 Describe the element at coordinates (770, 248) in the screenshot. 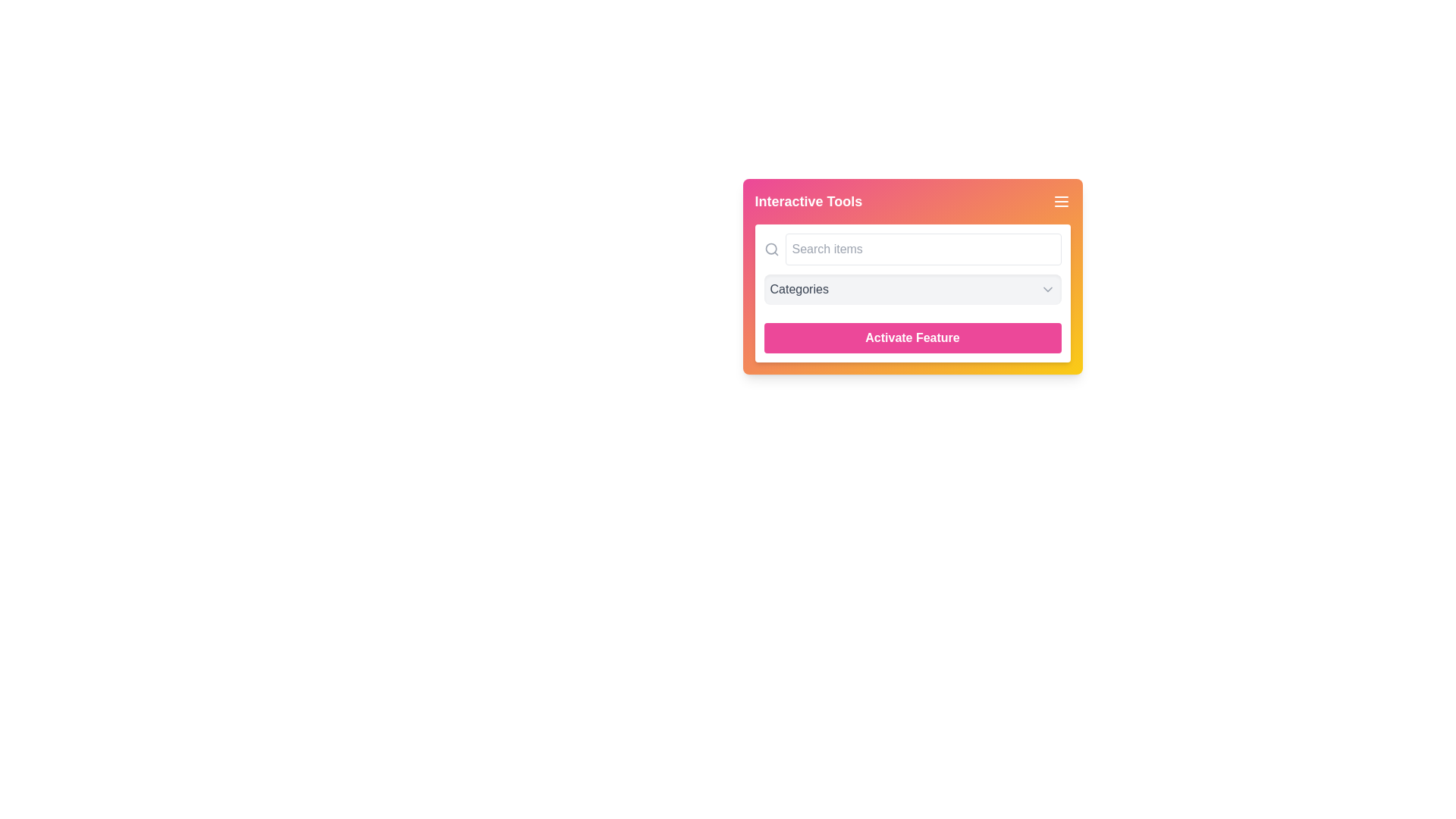

I see `the circular icon resembling a magnifying glass's lens, located on the left side of the search input field` at that location.